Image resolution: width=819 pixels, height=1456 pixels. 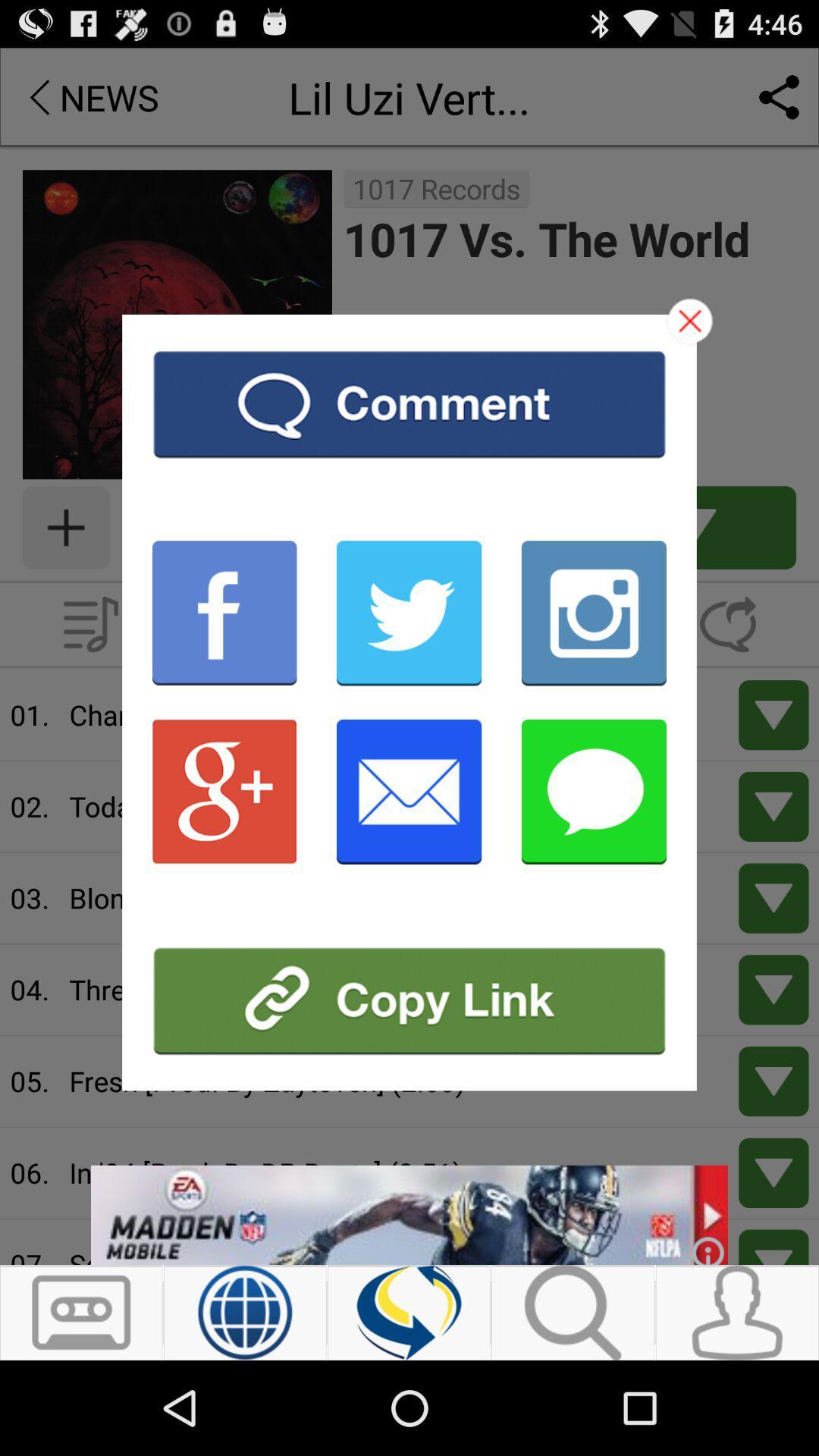 I want to click on twitter page, so click(x=408, y=613).